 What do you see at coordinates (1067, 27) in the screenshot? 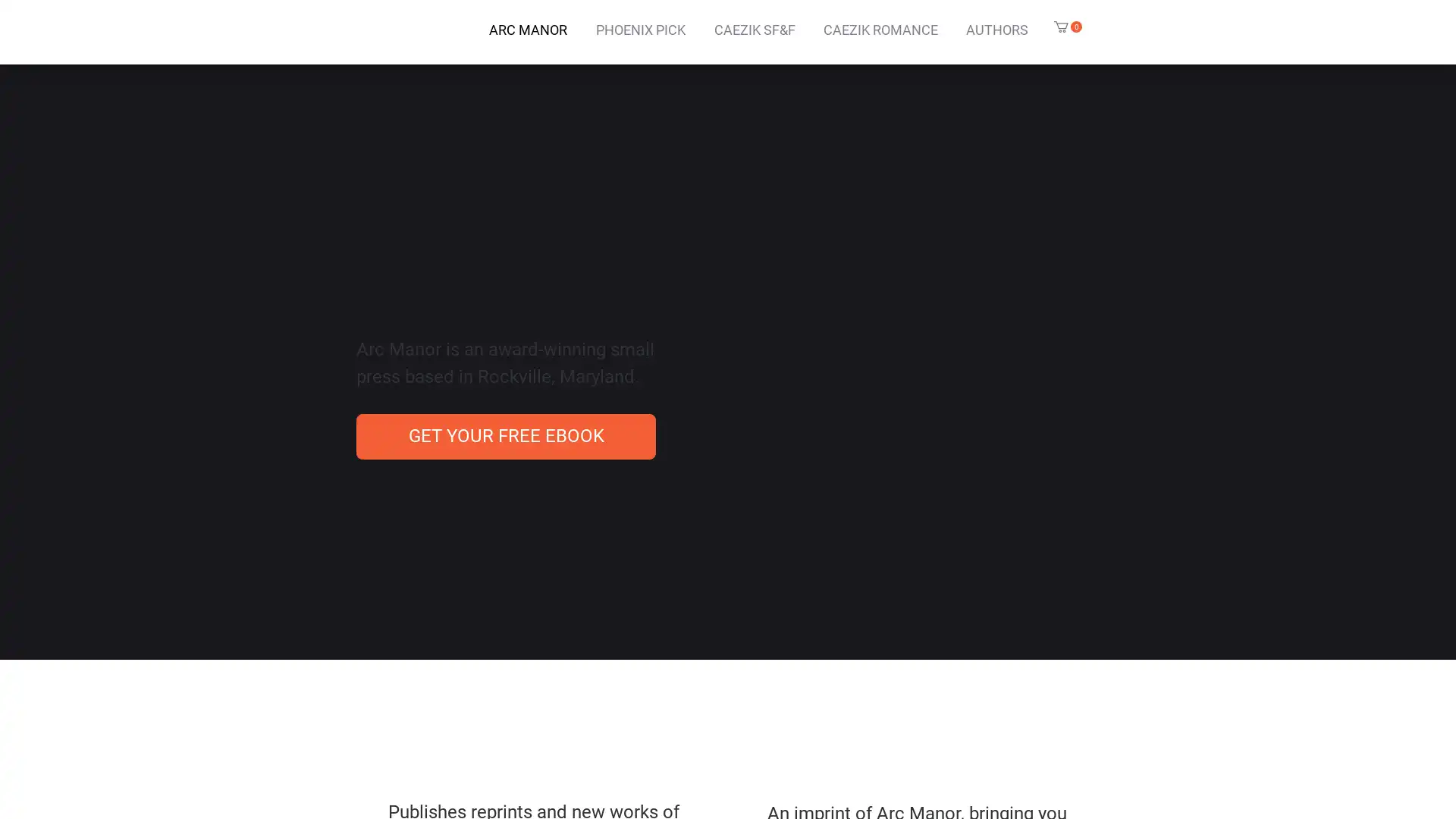
I see `Cart with 0 items` at bounding box center [1067, 27].